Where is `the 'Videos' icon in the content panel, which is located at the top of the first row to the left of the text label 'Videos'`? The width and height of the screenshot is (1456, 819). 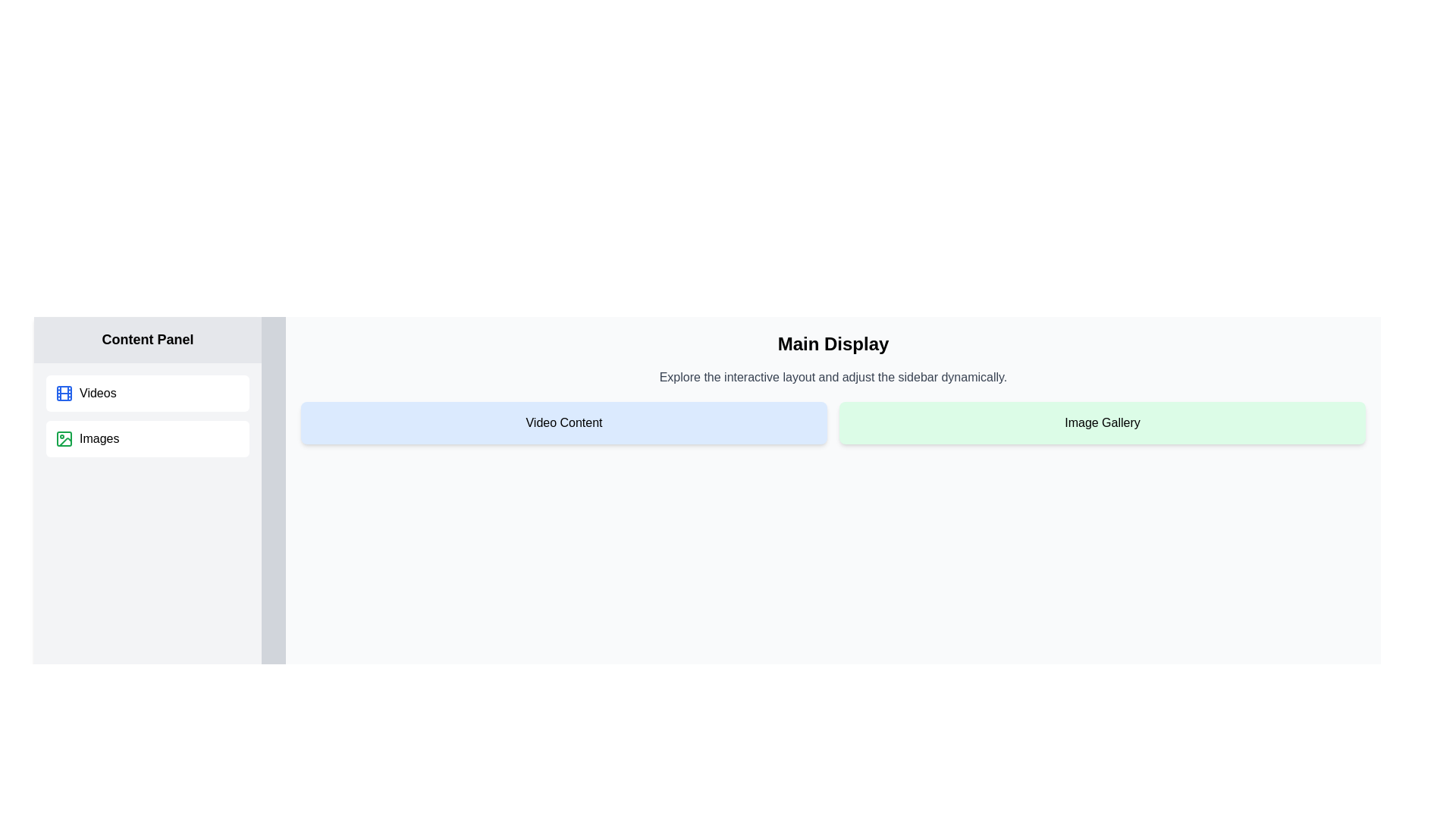 the 'Videos' icon in the content panel, which is located at the top of the first row to the left of the text label 'Videos' is located at coordinates (64, 393).